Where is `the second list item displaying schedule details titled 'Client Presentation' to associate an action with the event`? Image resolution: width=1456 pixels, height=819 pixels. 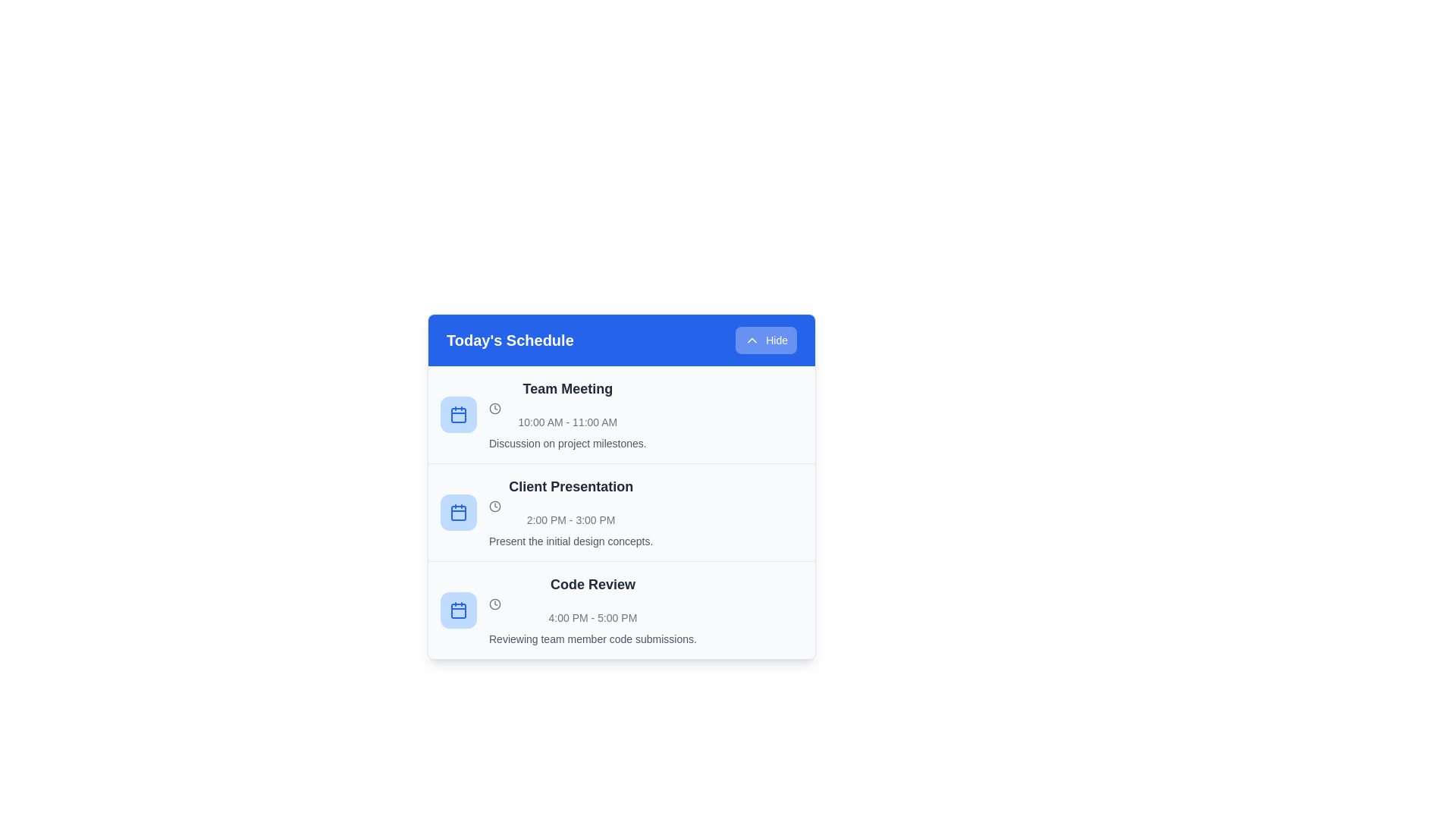
the second list item displaying schedule details titled 'Client Presentation' to associate an action with the event is located at coordinates (622, 512).